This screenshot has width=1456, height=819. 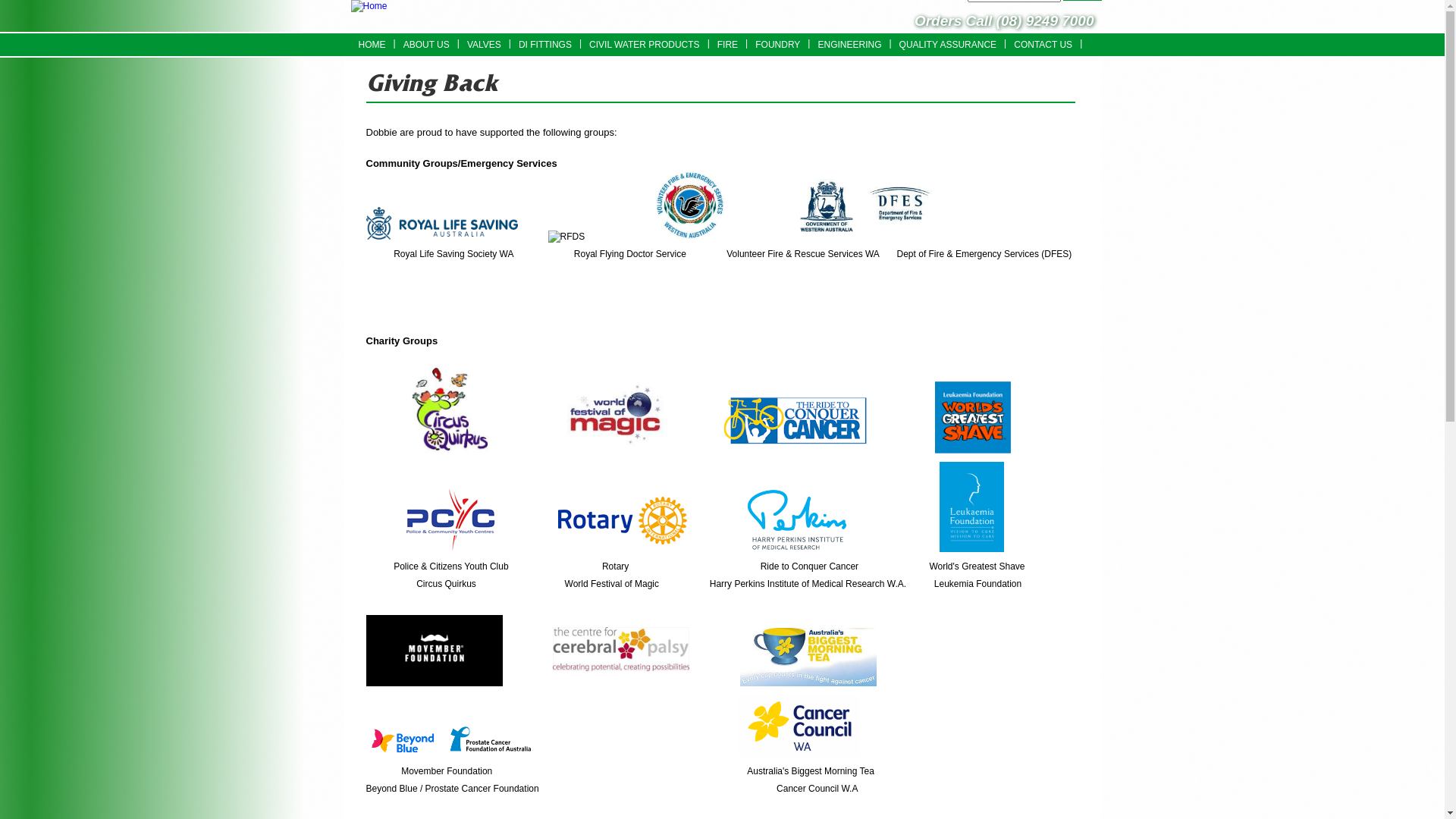 What do you see at coordinates (799, 724) in the screenshot?
I see `'Cancer Council WA'` at bounding box center [799, 724].